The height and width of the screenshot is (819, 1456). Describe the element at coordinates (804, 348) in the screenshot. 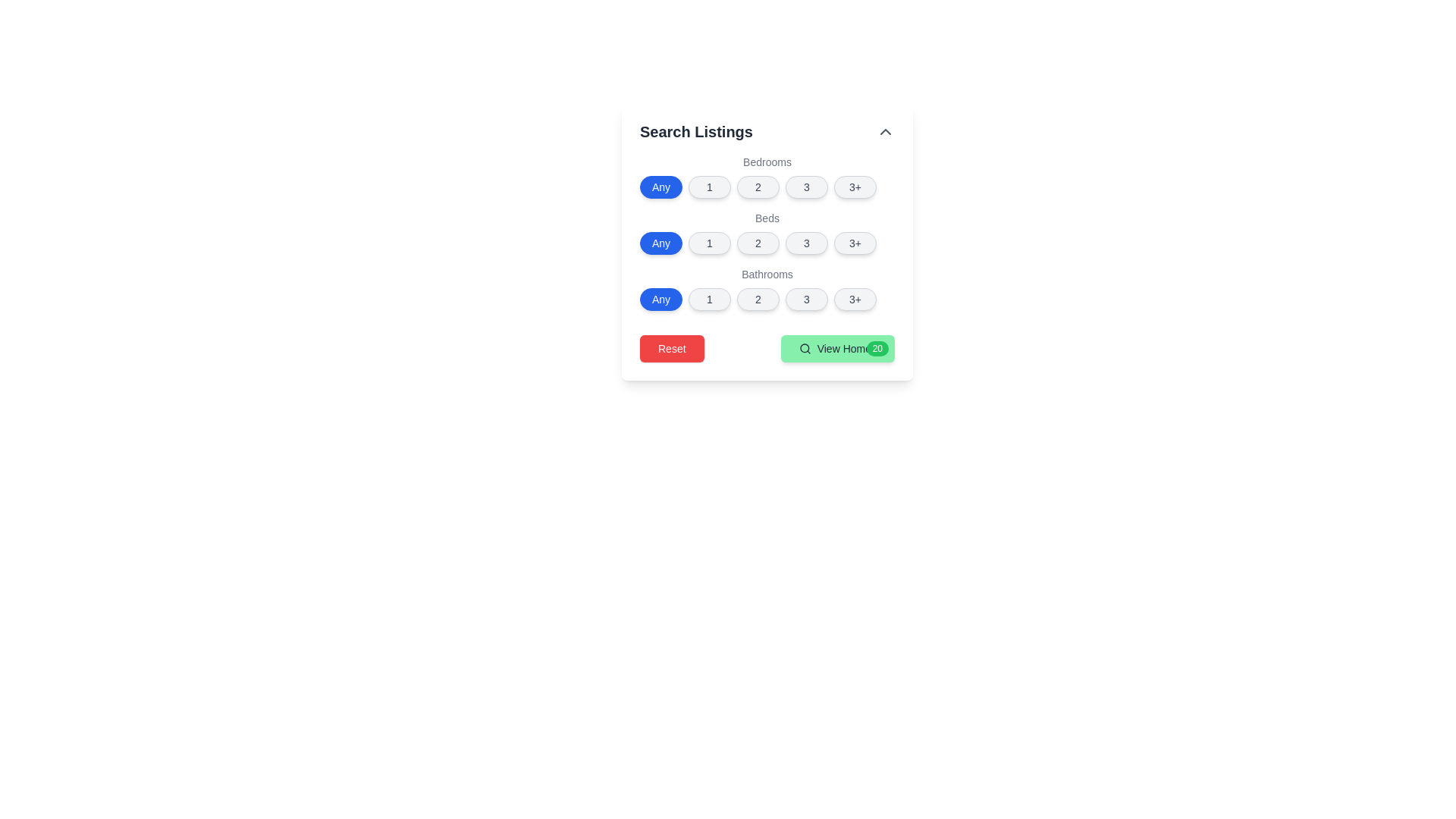

I see `the search icon represented as a magnifying glass, which is part of the green rectangular button labeled 'View Homes', located at the bottom right corner of the visible form` at that location.